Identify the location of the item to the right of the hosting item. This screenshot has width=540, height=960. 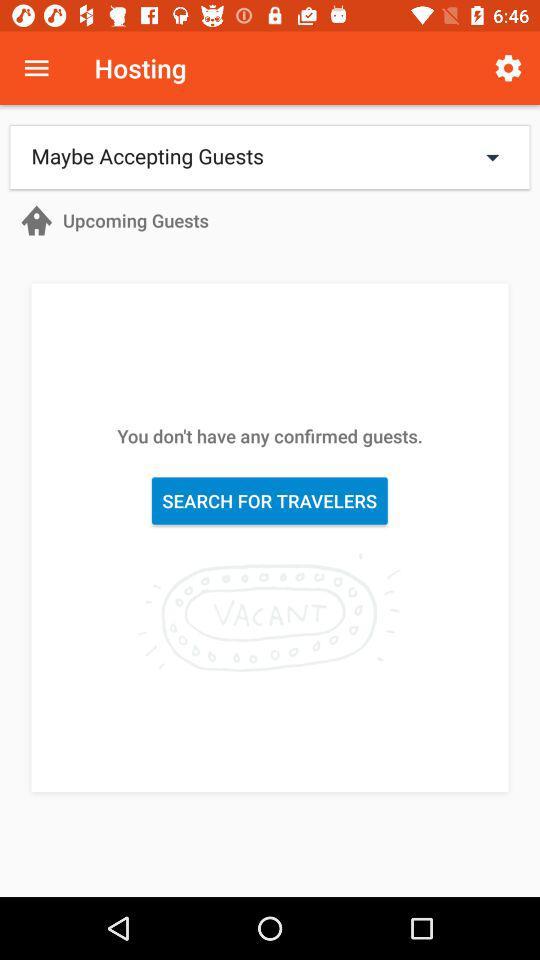
(508, 68).